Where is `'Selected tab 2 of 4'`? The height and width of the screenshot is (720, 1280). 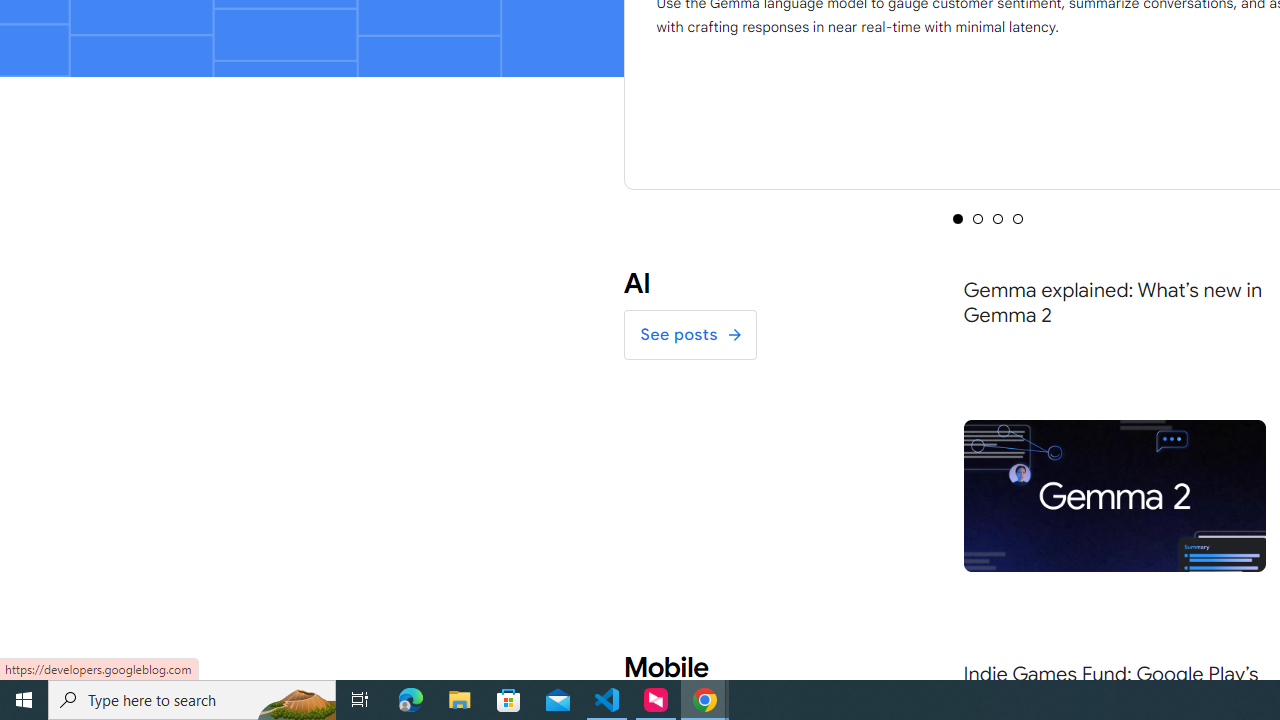
'Selected tab 2 of 4' is located at coordinates (978, 218).